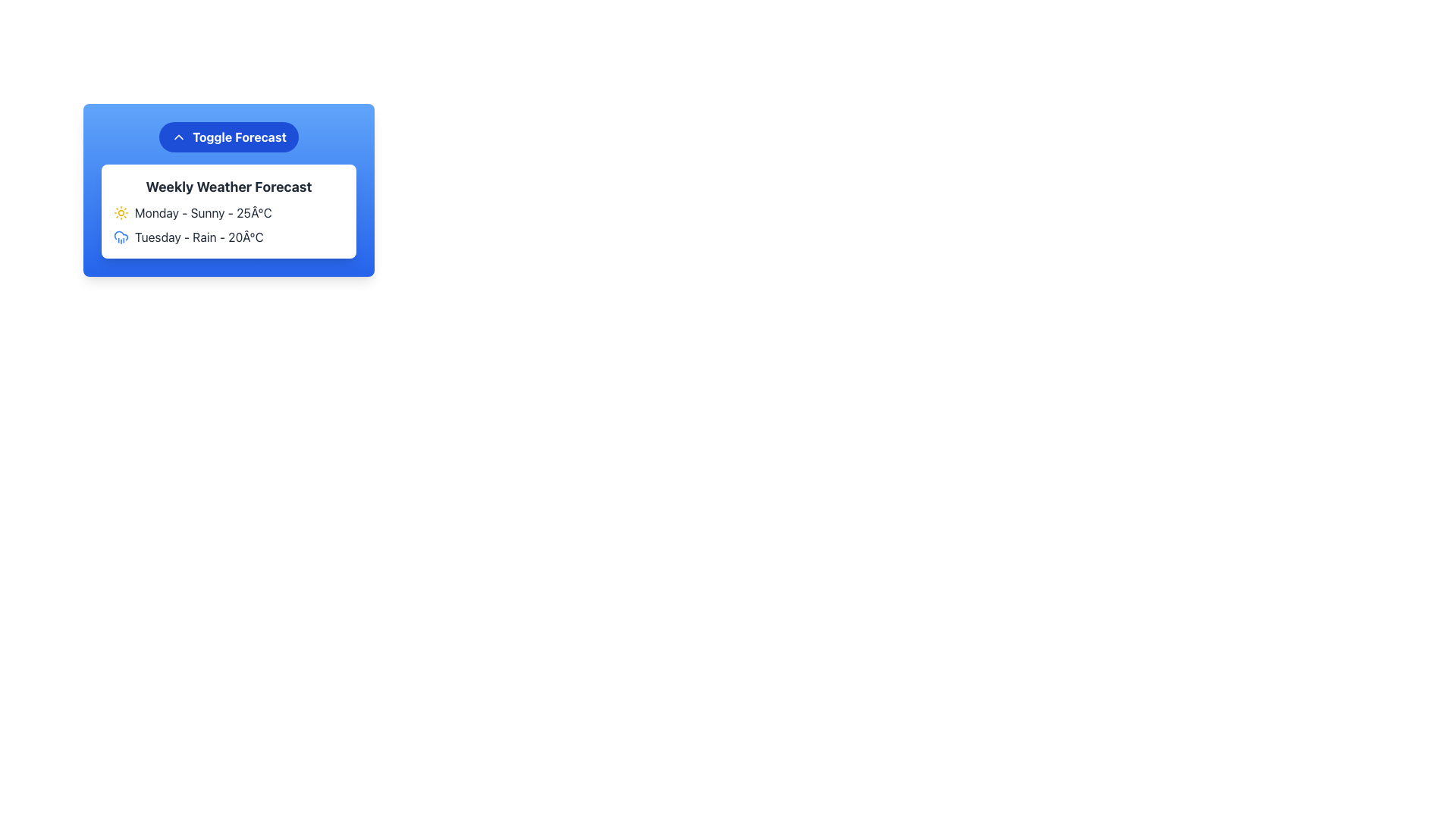 This screenshot has height=819, width=1456. I want to click on the text and icon element displaying 'Tuesday - Rain - 20°C' in the weather forecast section, which is the second entry following 'Monday - Sunny - 25°C', so click(228, 237).